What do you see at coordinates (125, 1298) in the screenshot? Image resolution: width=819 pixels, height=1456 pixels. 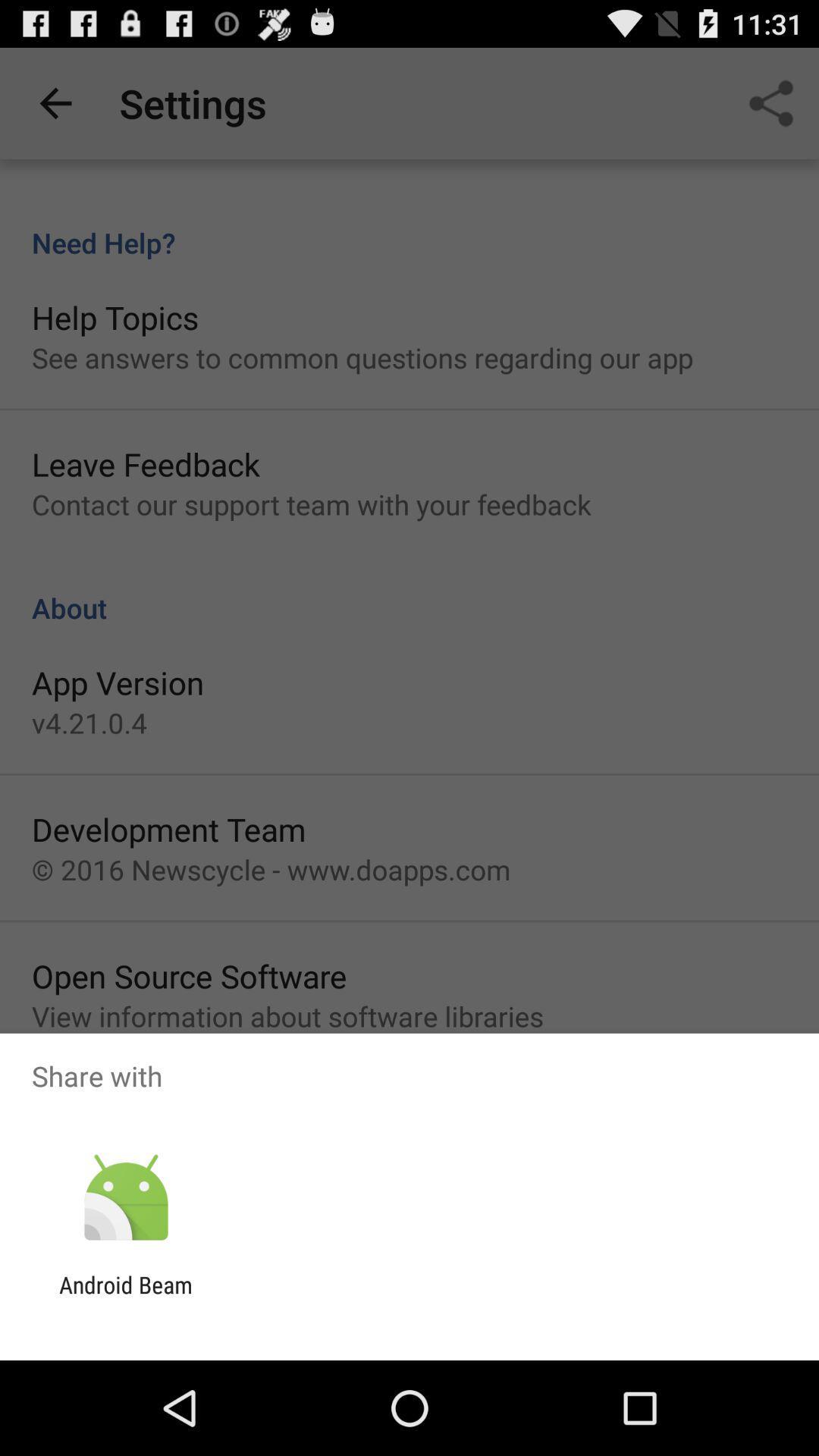 I see `the android beam item` at bounding box center [125, 1298].